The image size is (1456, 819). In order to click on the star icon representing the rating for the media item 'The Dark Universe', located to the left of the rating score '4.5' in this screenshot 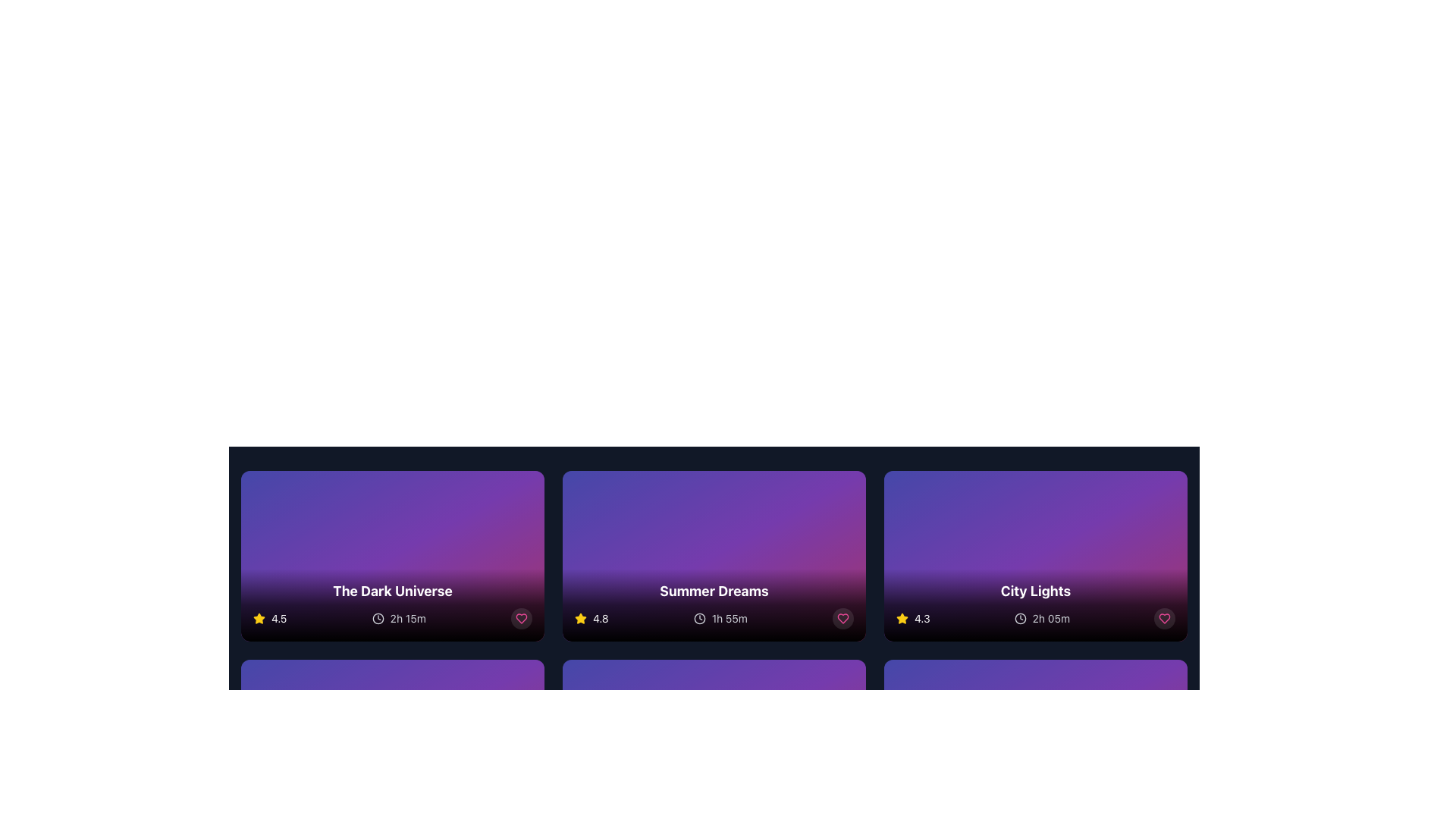, I will do `click(259, 618)`.